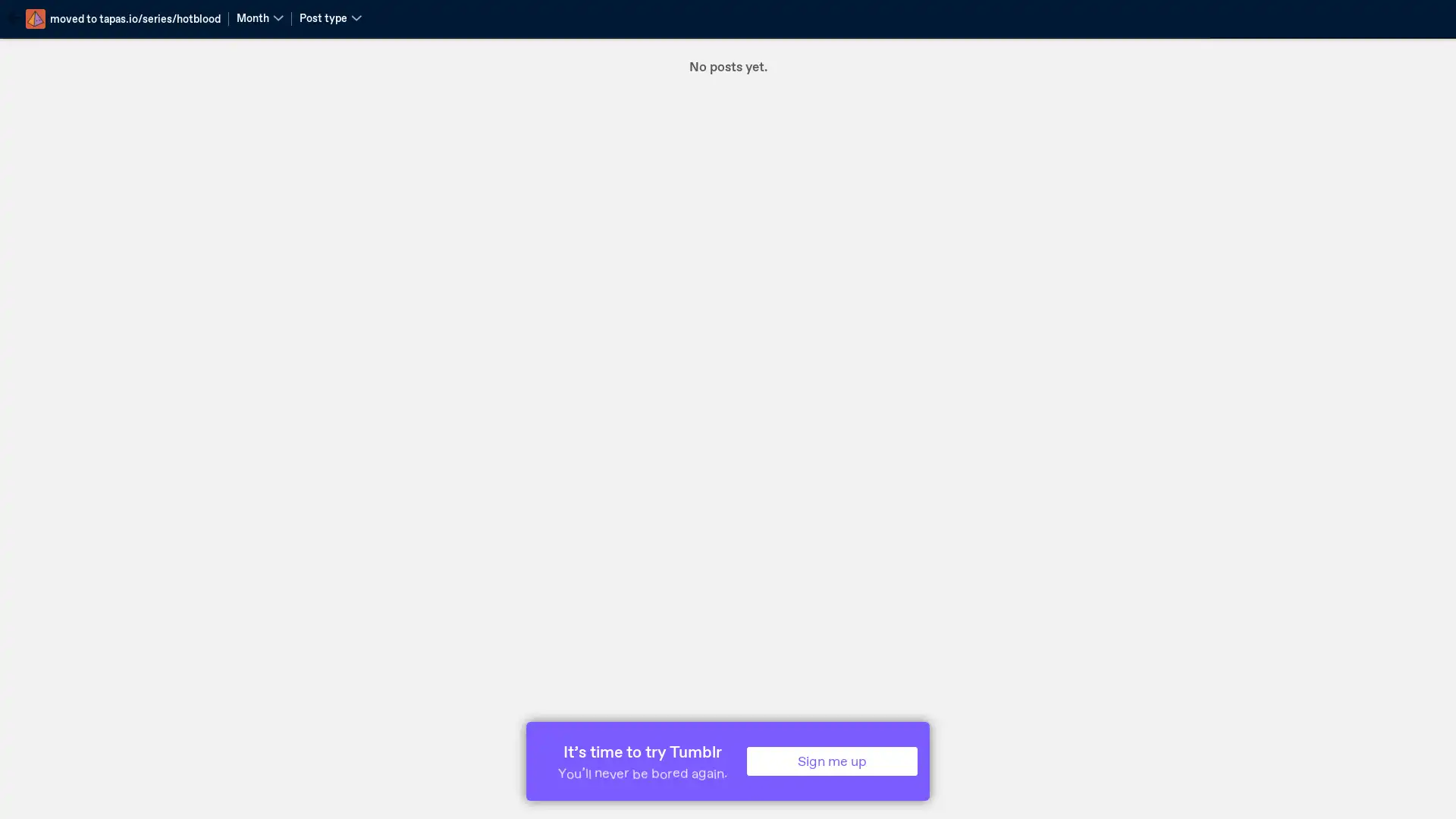 Image resolution: width=1456 pixels, height=819 pixels. What do you see at coordinates (330, 17) in the screenshot?
I see `Post type` at bounding box center [330, 17].